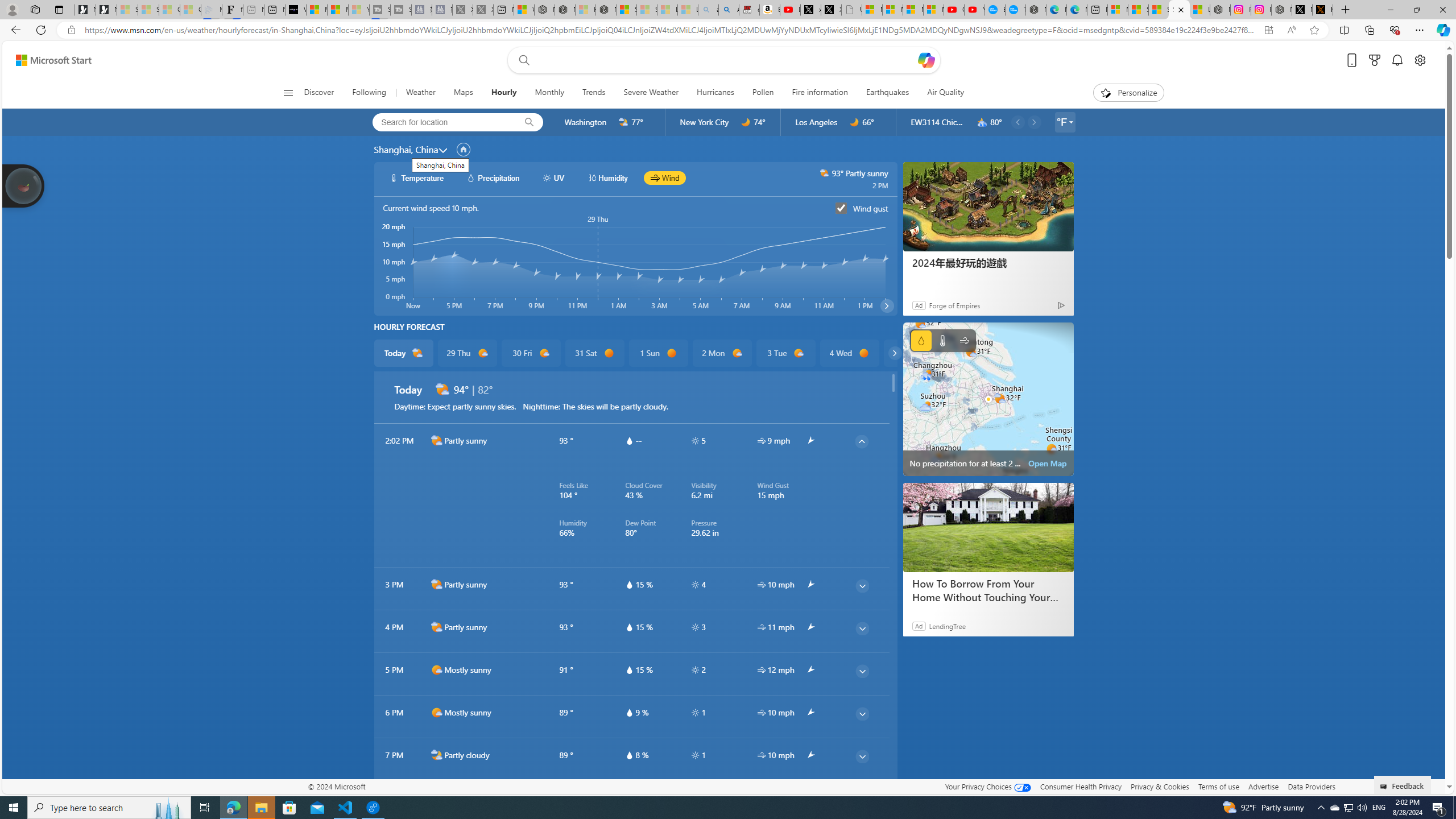 This screenshot has height=819, width=1456. I want to click on 'hourlyChart/temperatureWhite', so click(394, 177).